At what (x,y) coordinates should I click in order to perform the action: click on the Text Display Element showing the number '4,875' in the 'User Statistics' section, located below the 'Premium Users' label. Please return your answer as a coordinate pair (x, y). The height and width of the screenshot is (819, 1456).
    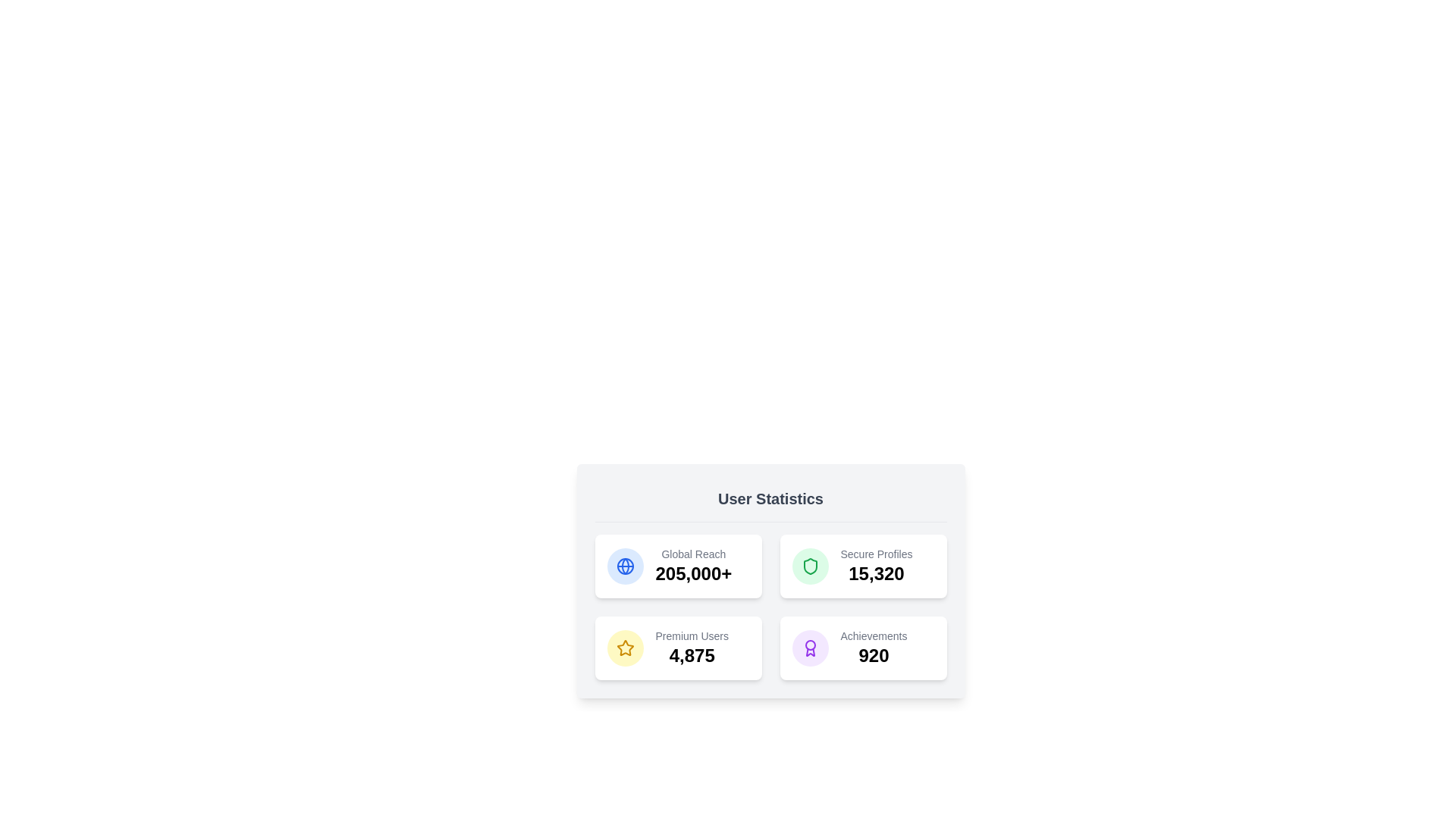
    Looking at the image, I should click on (691, 654).